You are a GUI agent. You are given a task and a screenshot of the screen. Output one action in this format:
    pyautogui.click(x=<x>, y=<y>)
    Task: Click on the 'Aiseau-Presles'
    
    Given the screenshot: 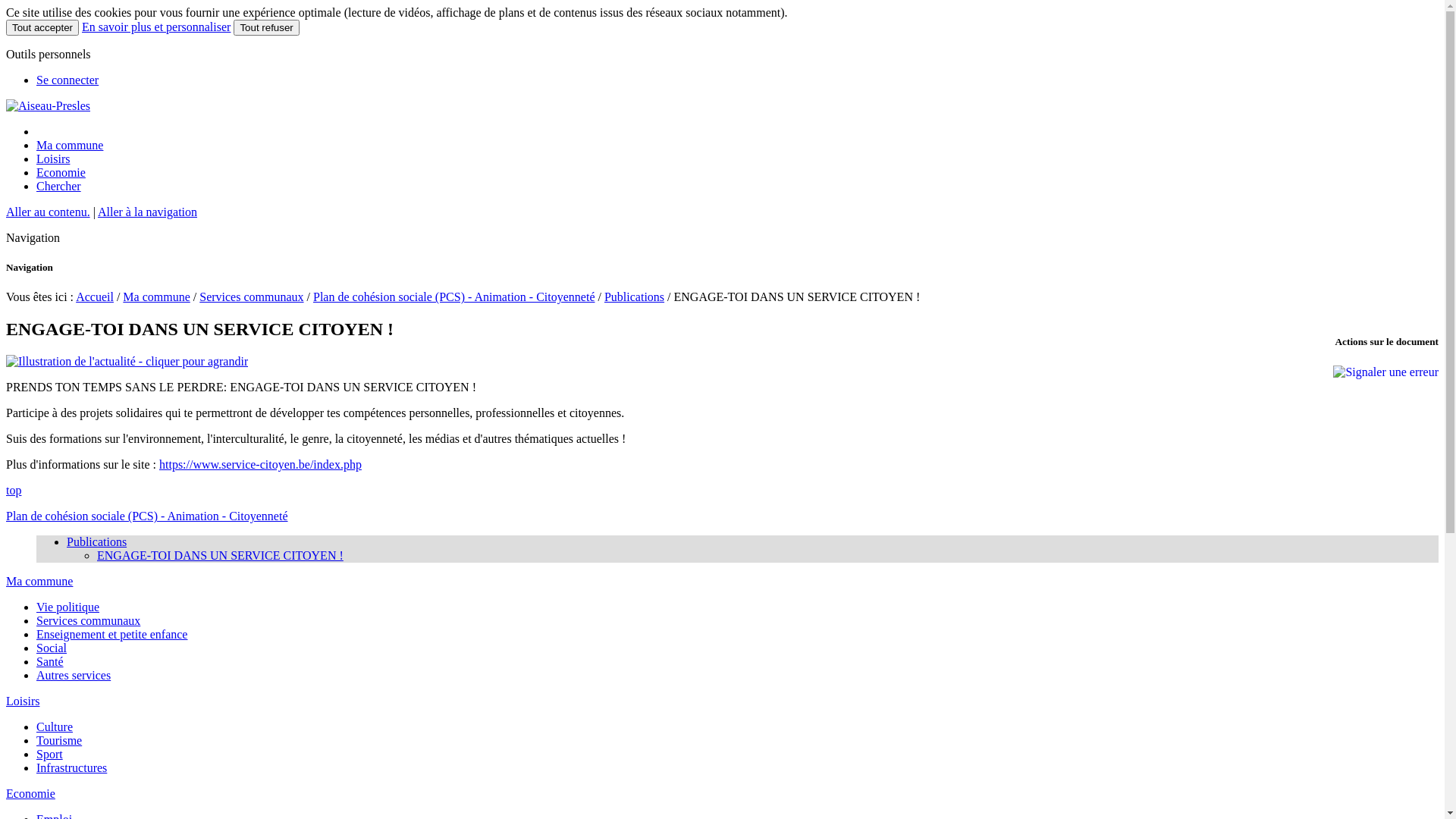 What is the action you would take?
    pyautogui.click(x=48, y=105)
    